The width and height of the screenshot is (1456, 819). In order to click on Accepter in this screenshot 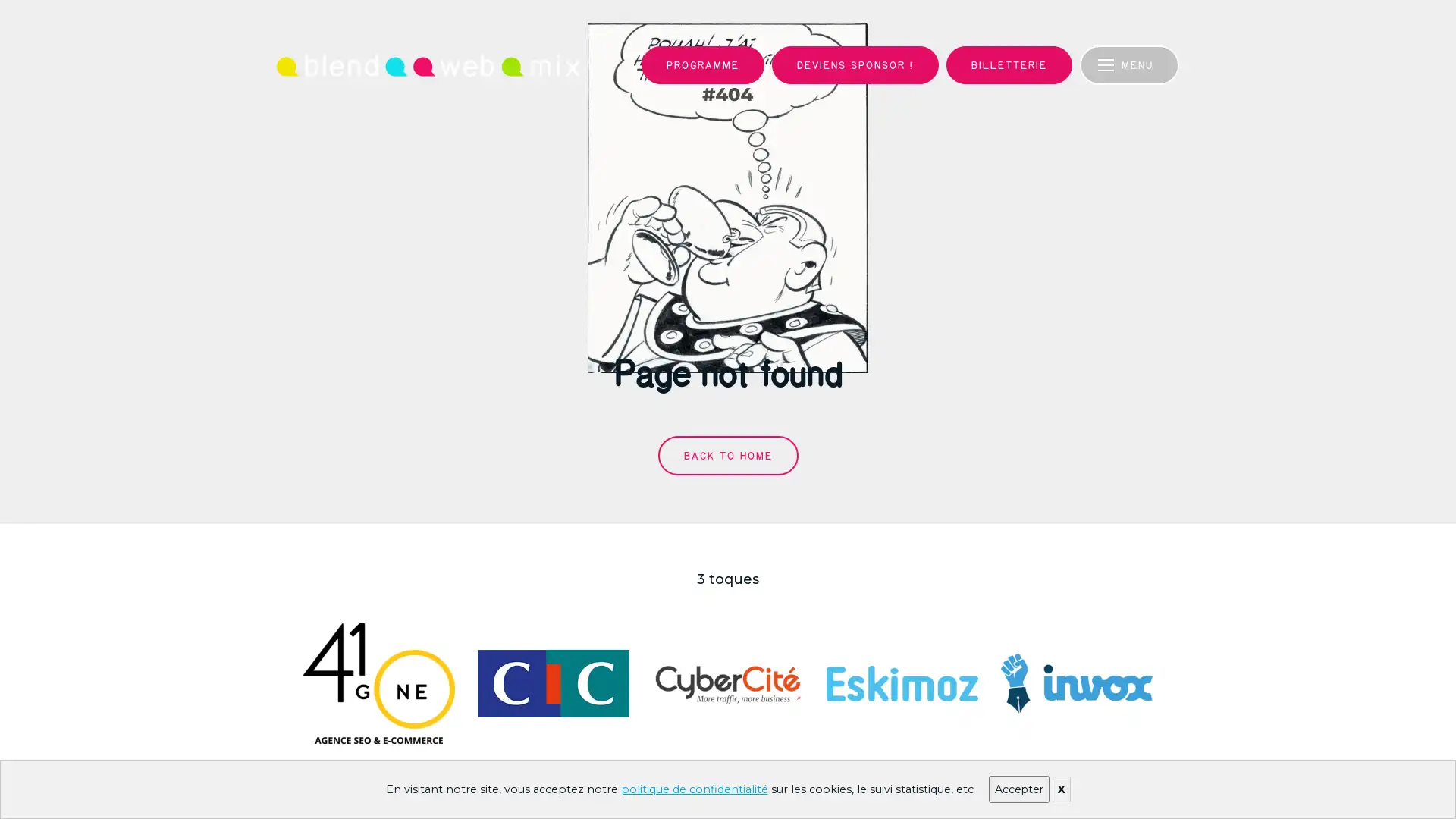, I will do `click(1018, 789)`.